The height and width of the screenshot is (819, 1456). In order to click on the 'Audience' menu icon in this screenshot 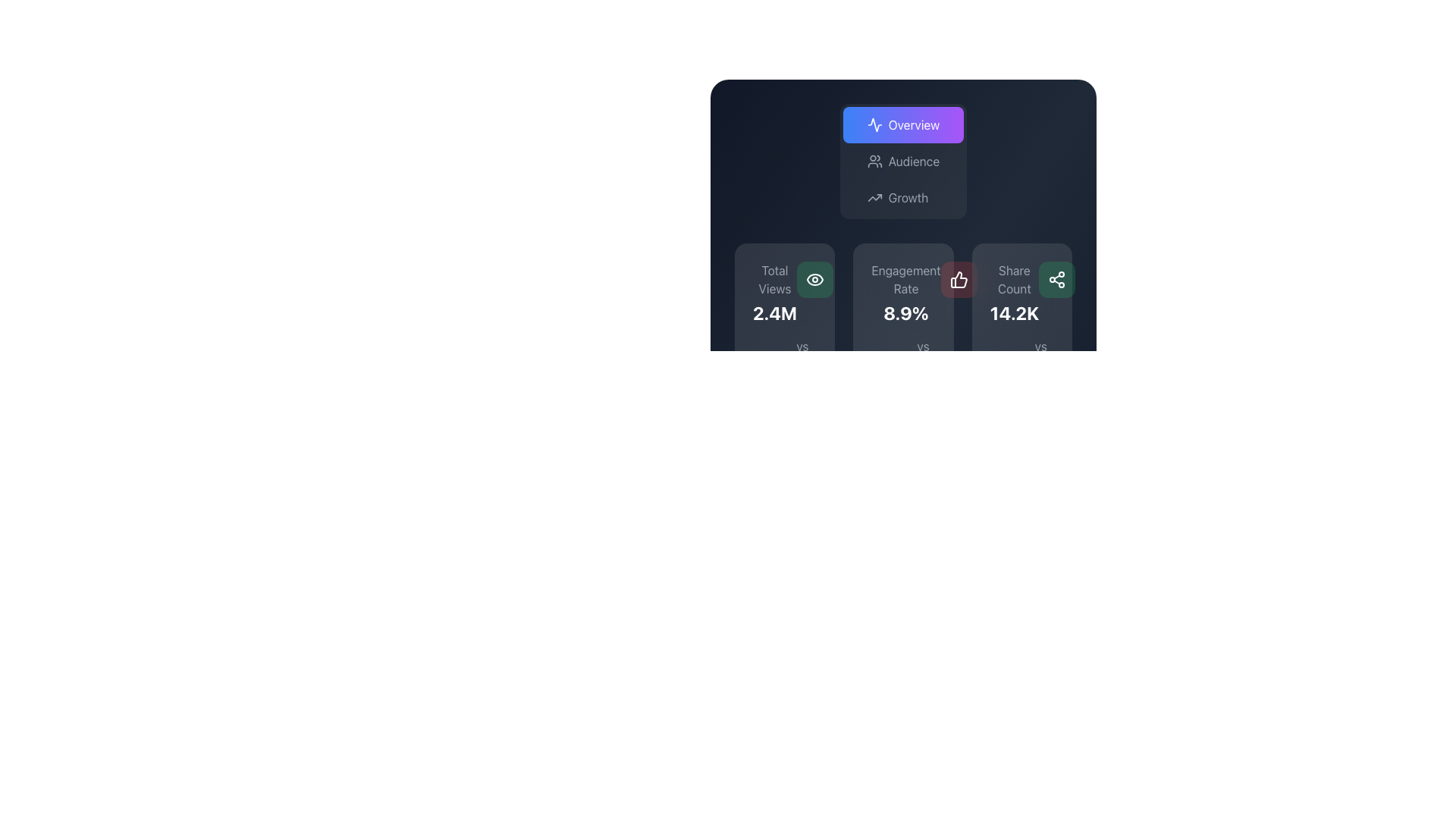, I will do `click(874, 161)`.